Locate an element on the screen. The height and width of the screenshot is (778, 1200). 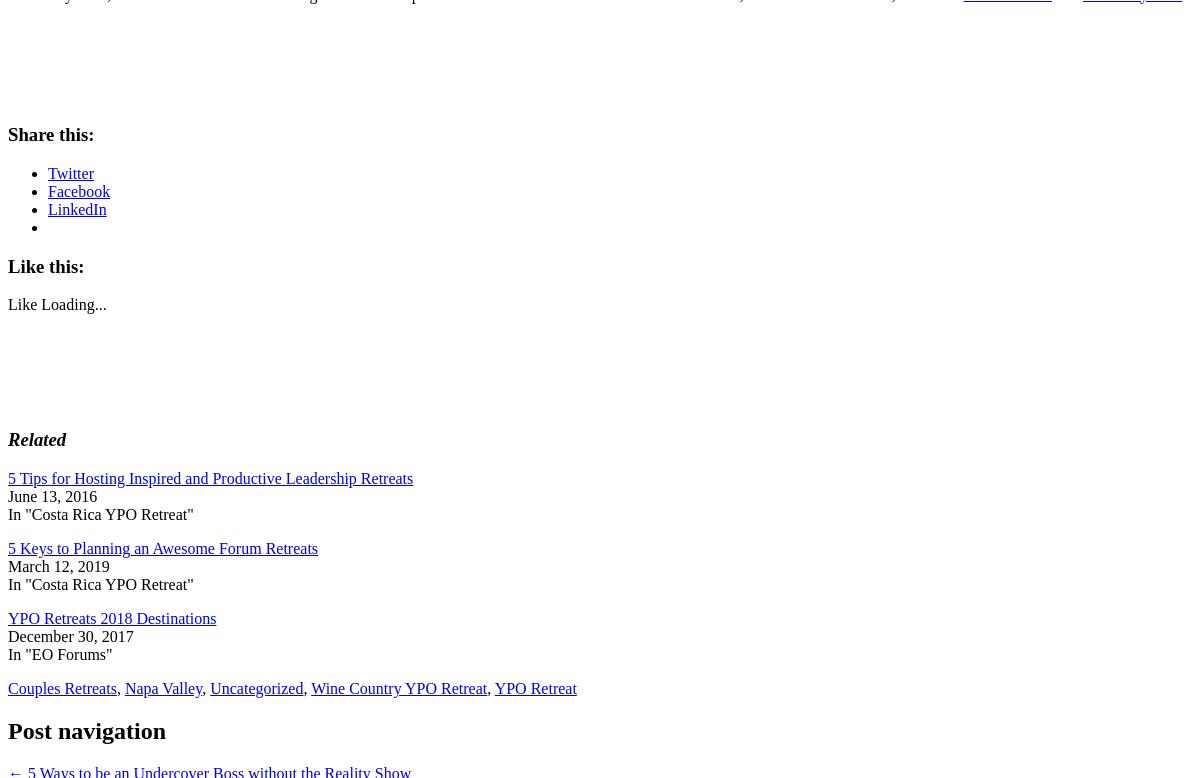
'YPO Retreat' is located at coordinates (493, 687).